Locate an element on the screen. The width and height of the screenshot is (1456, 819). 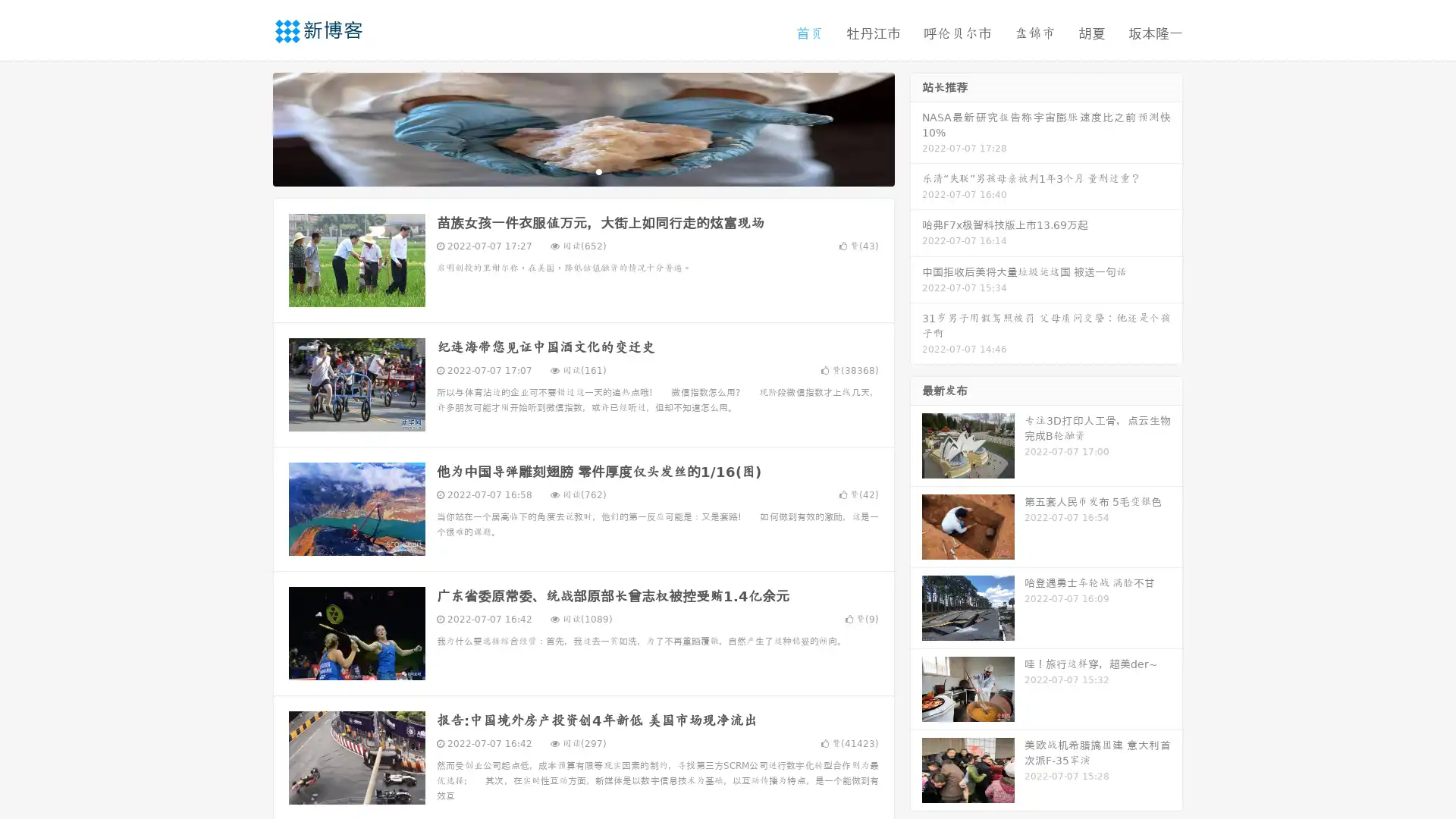
Next slide is located at coordinates (916, 127).